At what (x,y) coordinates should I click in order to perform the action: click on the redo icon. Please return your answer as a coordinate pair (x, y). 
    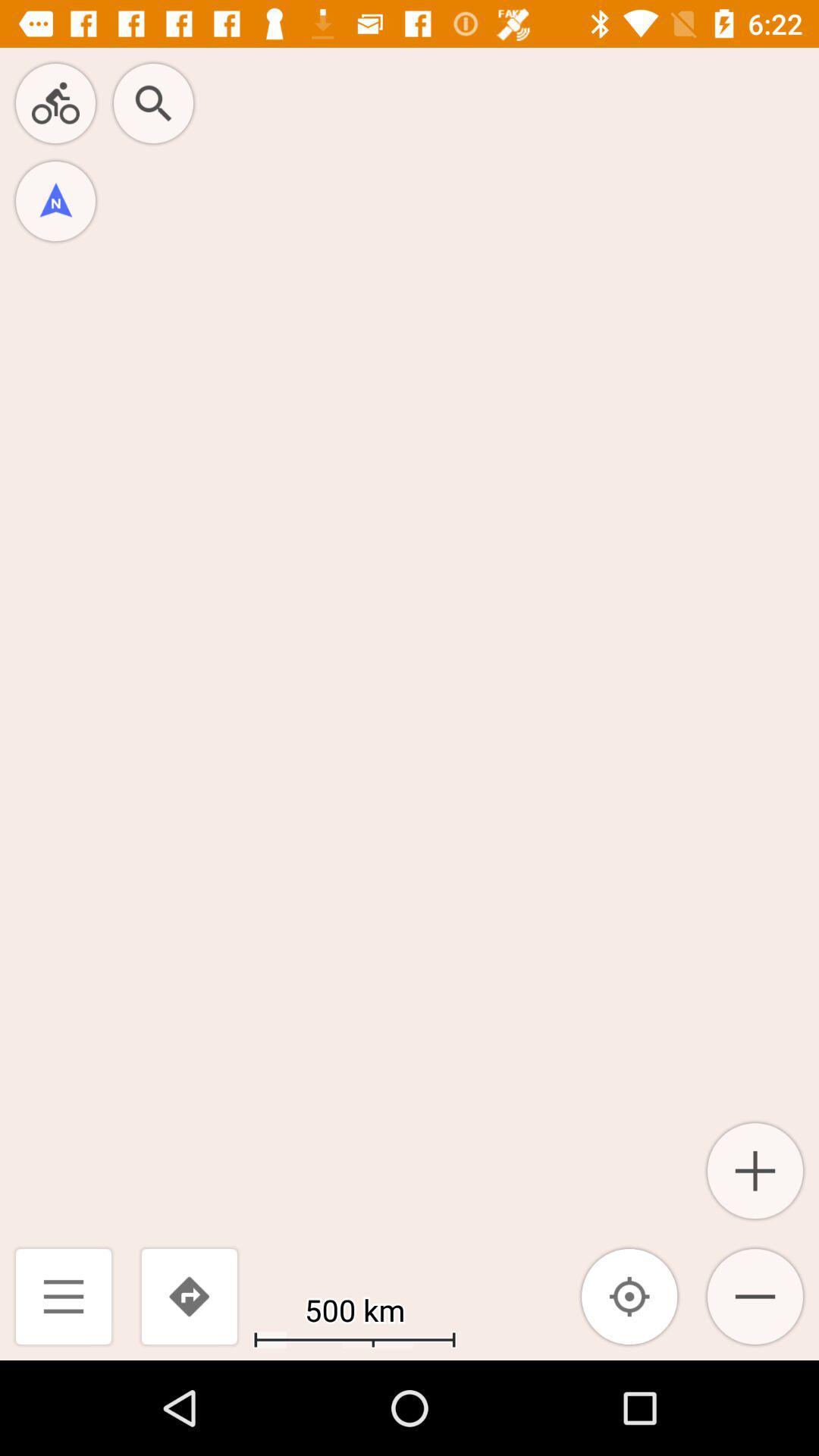
    Looking at the image, I should click on (188, 1295).